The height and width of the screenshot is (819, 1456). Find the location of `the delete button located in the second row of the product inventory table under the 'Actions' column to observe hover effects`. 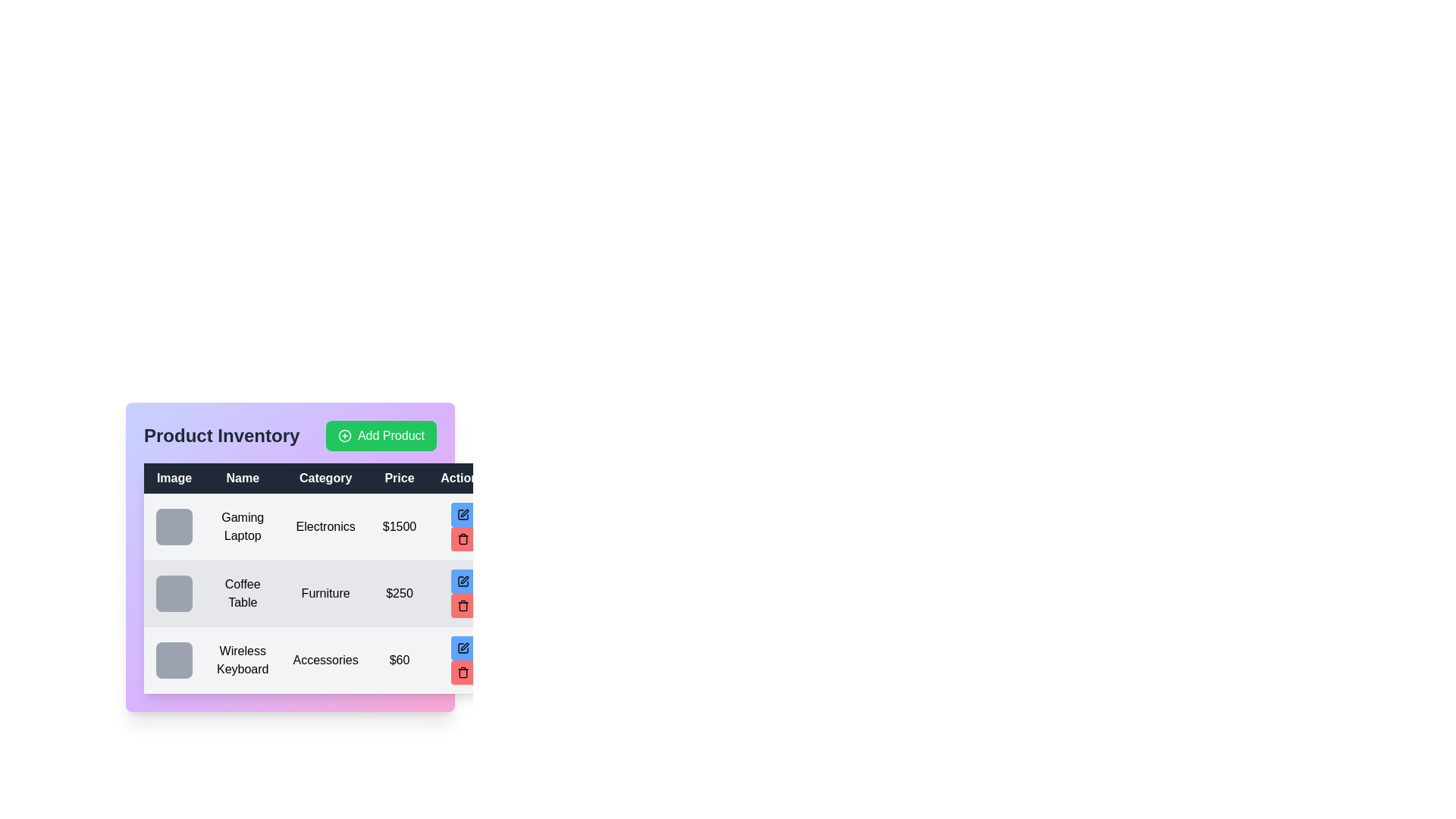

the delete button located in the second row of the product inventory table under the 'Actions' column to observe hover effects is located at coordinates (462, 604).